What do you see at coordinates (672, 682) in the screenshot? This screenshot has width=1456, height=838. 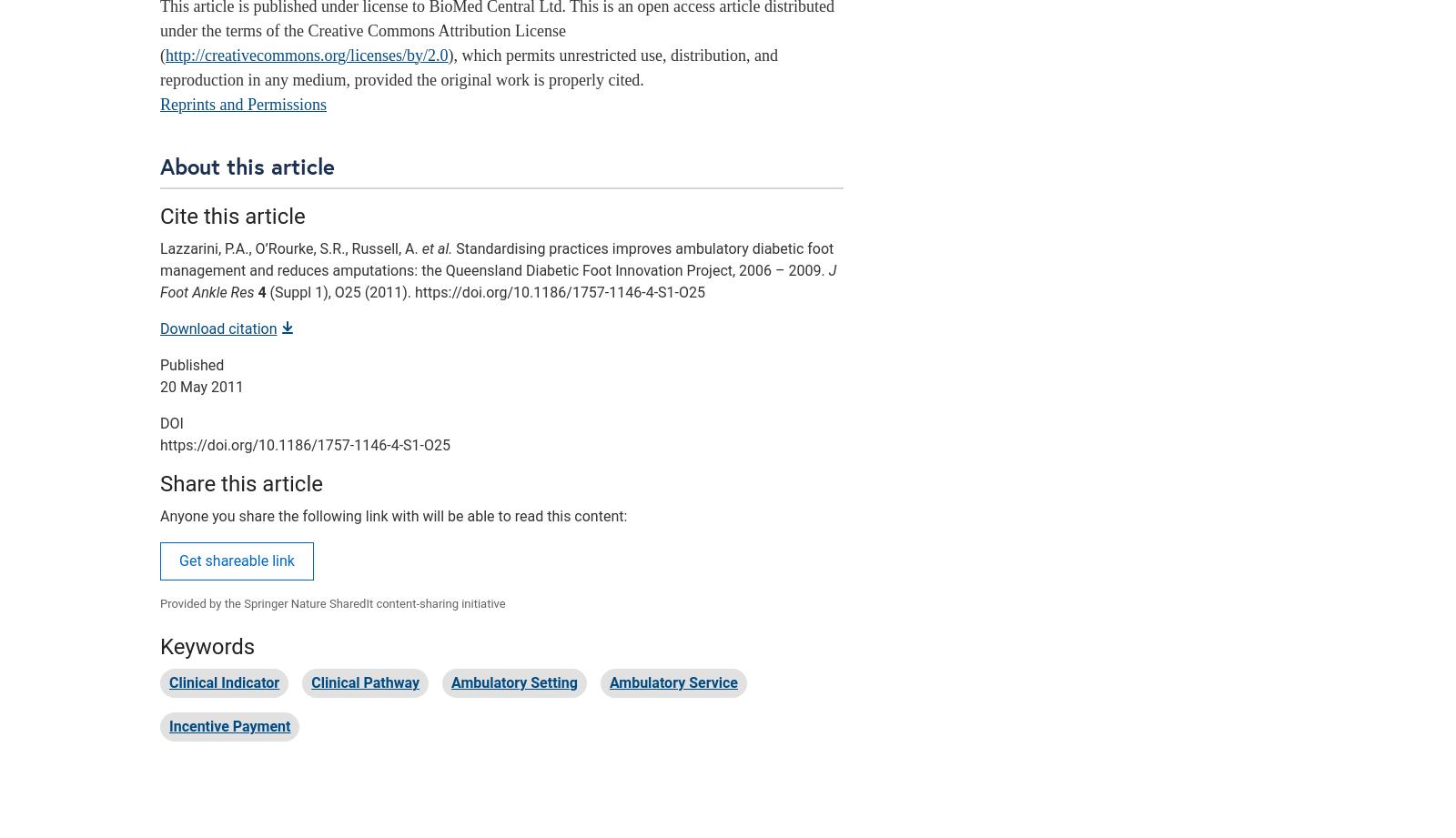 I see `'Ambulatory Service'` at bounding box center [672, 682].